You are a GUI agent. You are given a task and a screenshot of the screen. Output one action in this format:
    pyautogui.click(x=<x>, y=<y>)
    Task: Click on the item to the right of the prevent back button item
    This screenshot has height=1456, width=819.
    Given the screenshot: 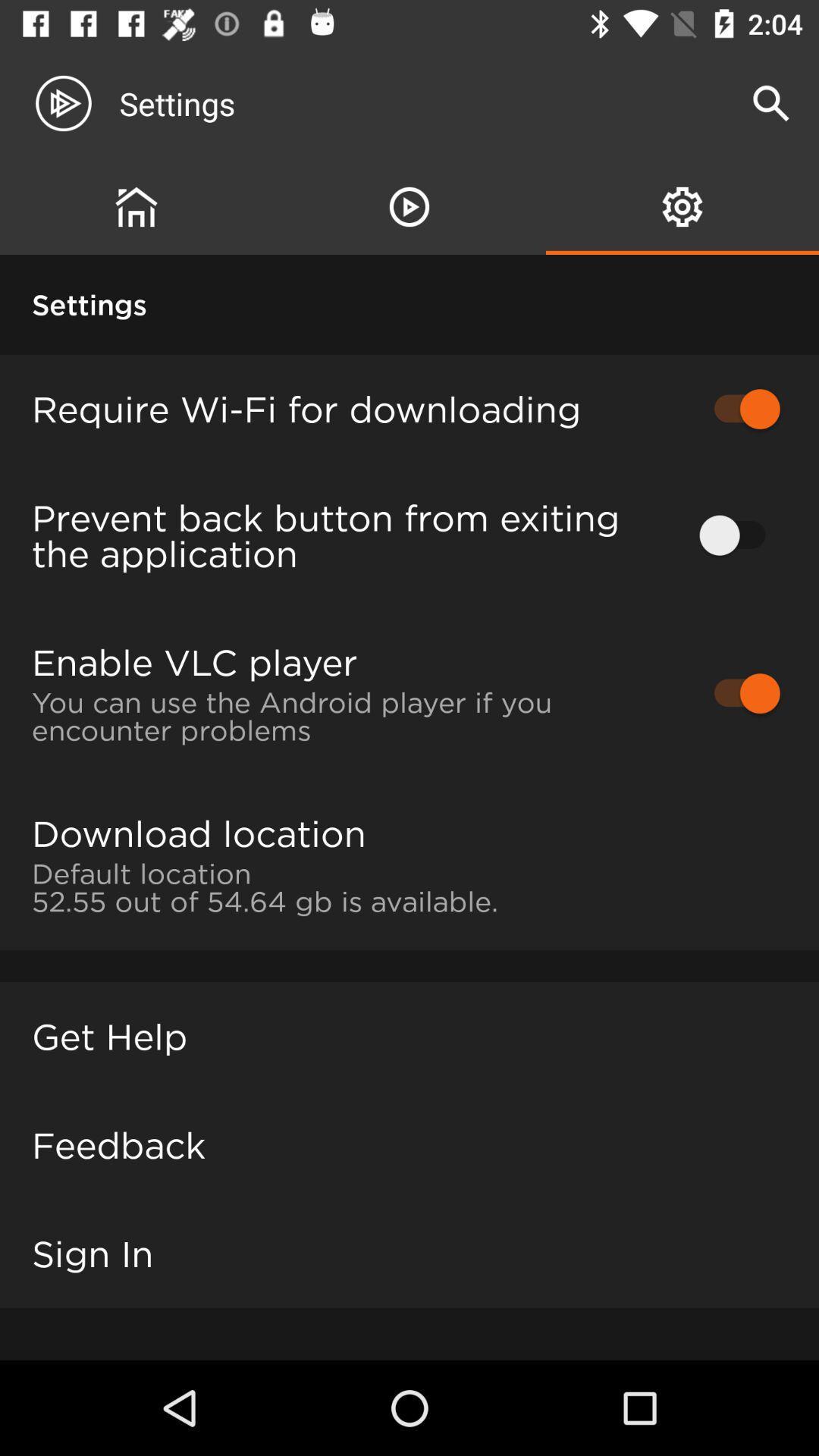 What is the action you would take?
    pyautogui.click(x=739, y=535)
    